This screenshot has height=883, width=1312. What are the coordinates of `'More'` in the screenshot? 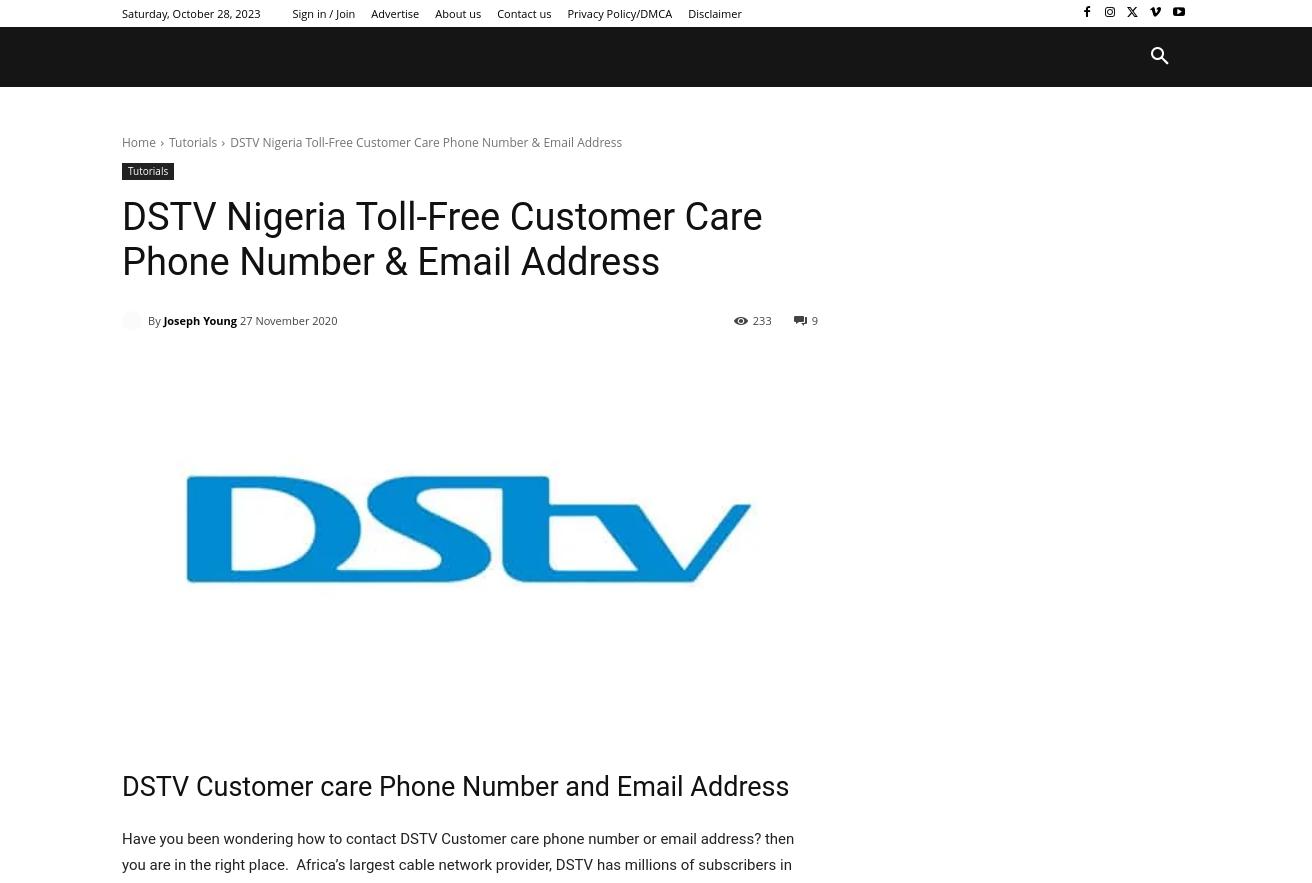 It's located at (1038, 54).